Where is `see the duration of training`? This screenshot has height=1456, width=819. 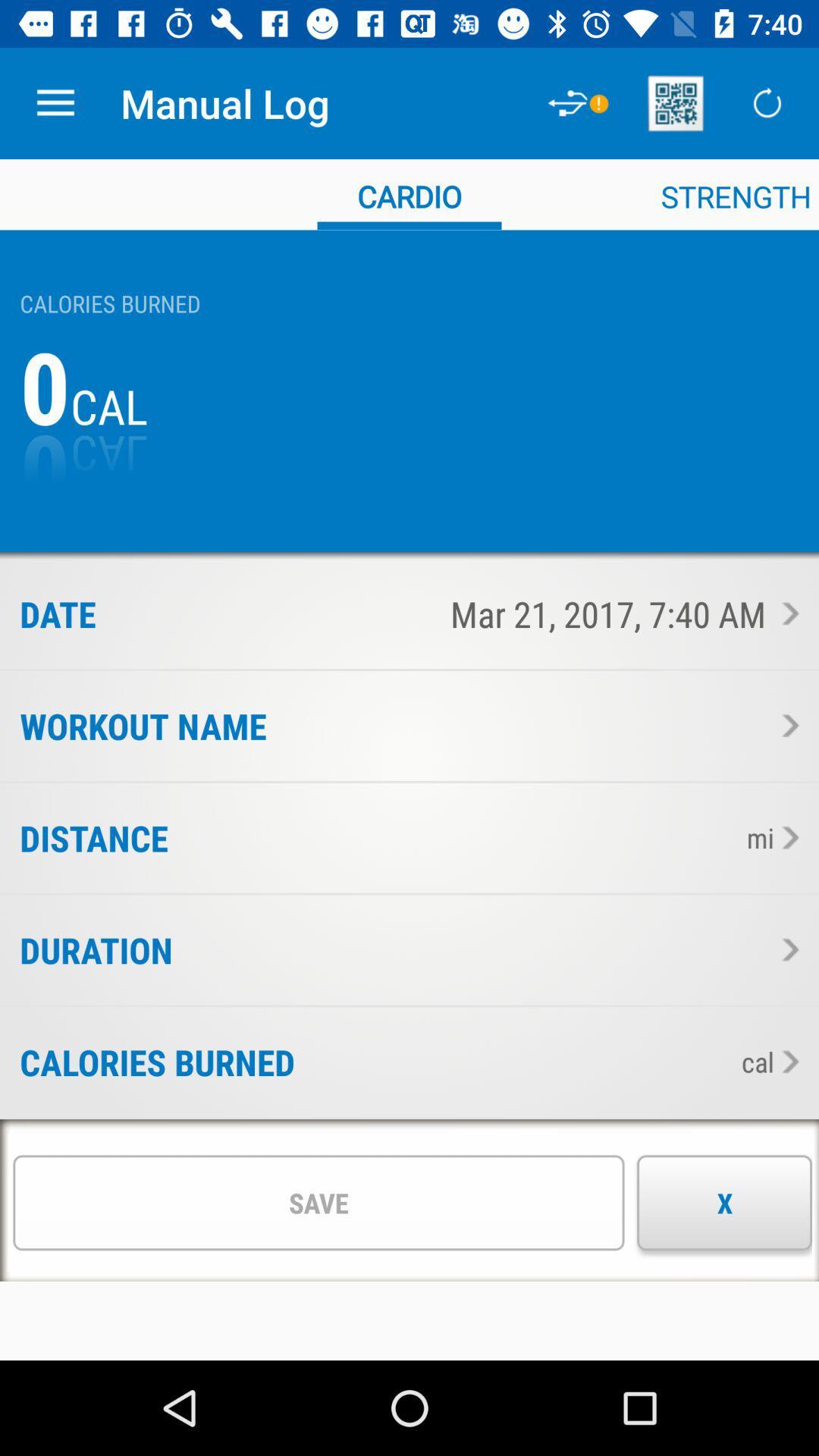 see the duration of training is located at coordinates (786, 949).